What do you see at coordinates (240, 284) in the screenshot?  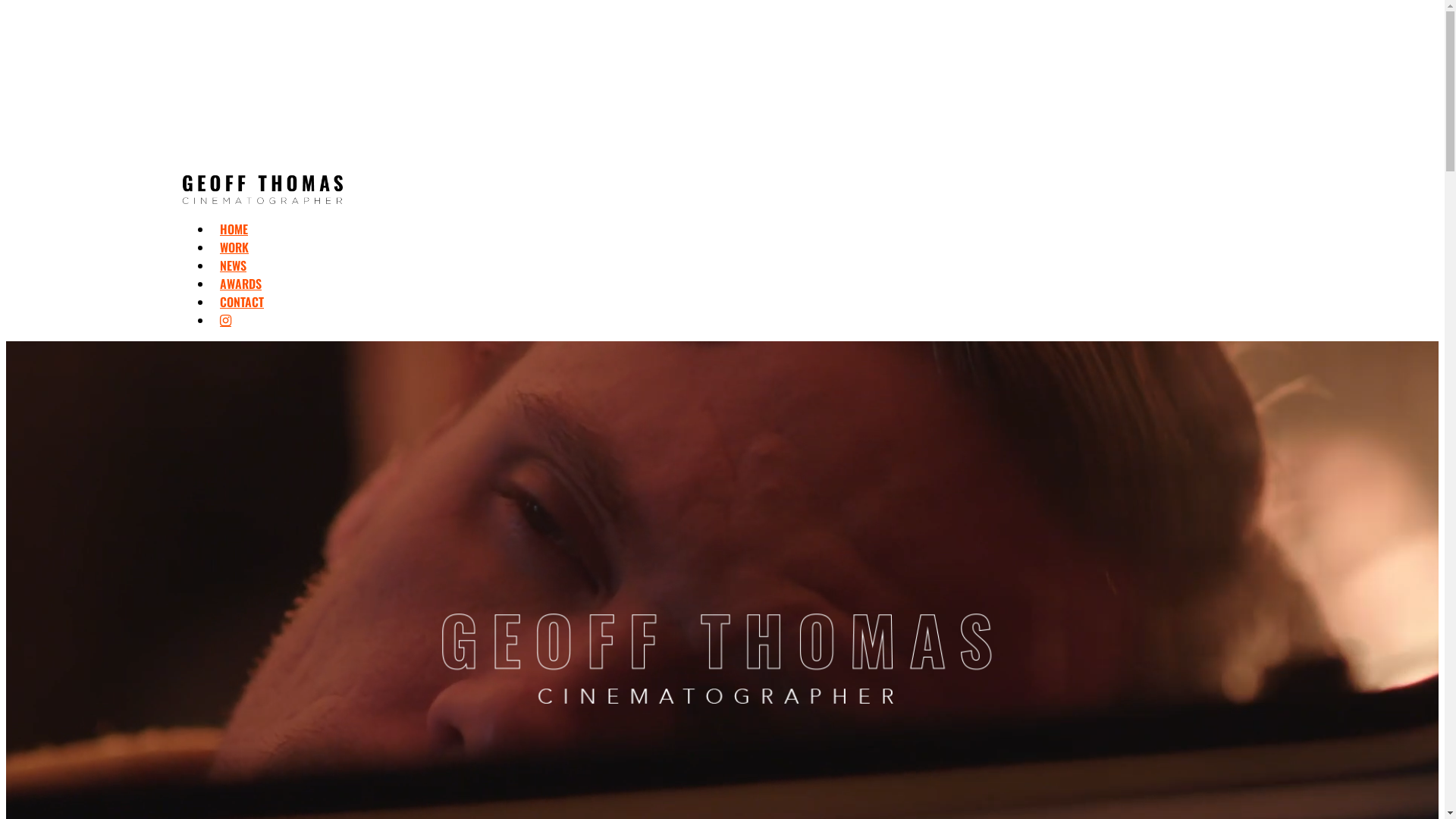 I see `'AWARDS'` at bounding box center [240, 284].